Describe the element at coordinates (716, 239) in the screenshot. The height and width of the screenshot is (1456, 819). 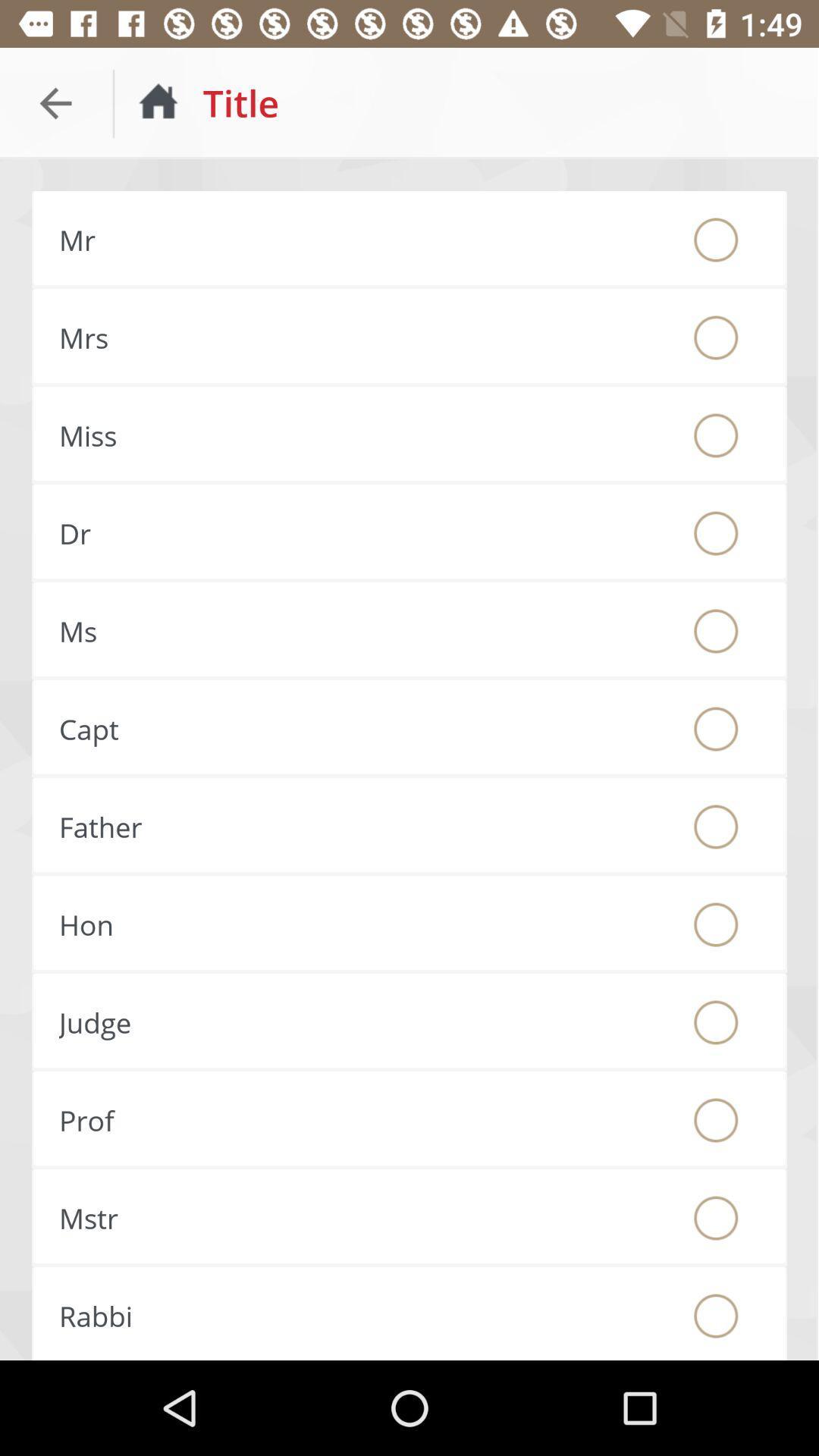
I see `radio selection` at that location.